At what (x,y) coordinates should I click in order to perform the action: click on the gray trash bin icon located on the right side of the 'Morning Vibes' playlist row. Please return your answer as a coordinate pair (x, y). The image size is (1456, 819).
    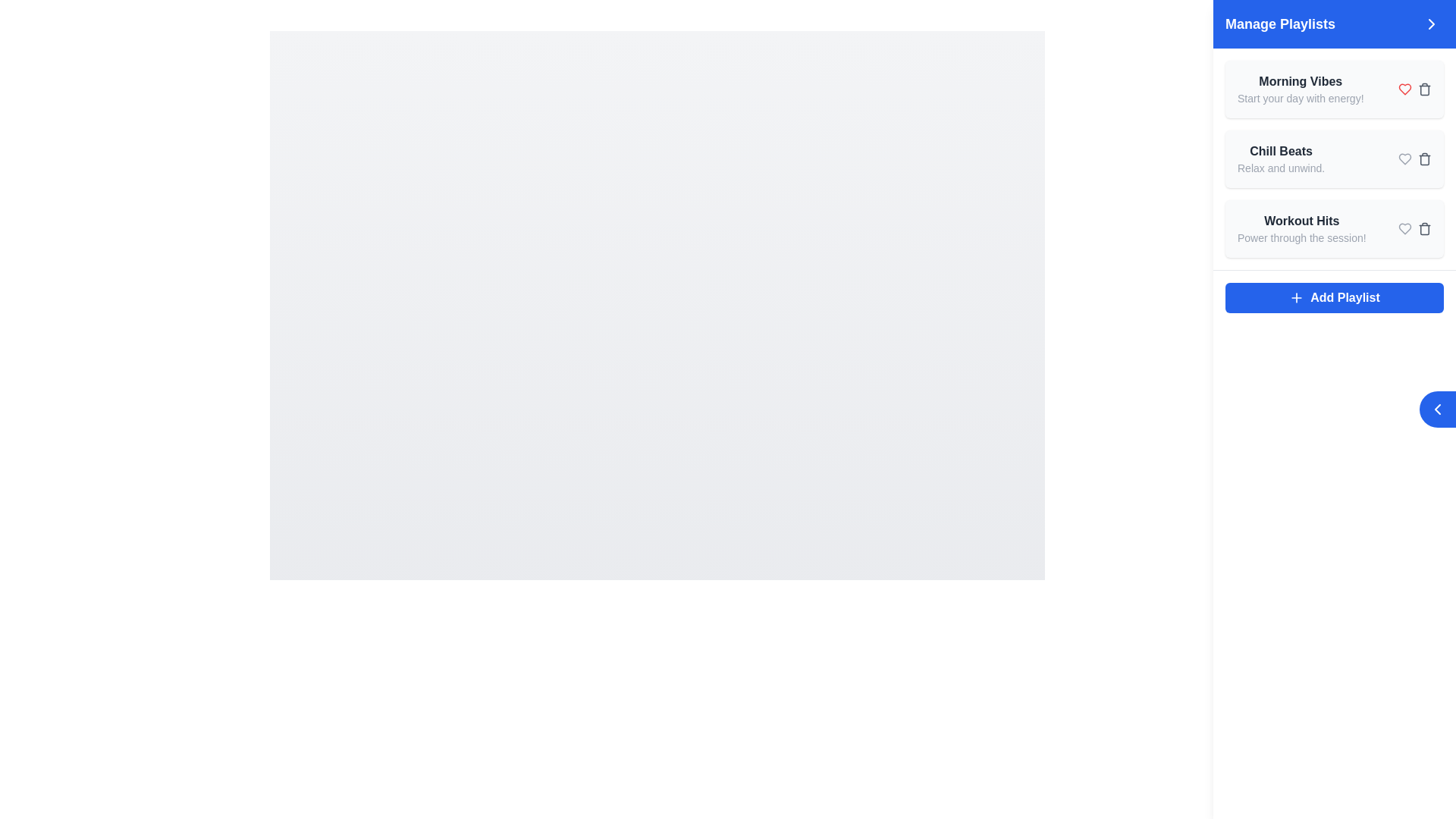
    Looking at the image, I should click on (1423, 89).